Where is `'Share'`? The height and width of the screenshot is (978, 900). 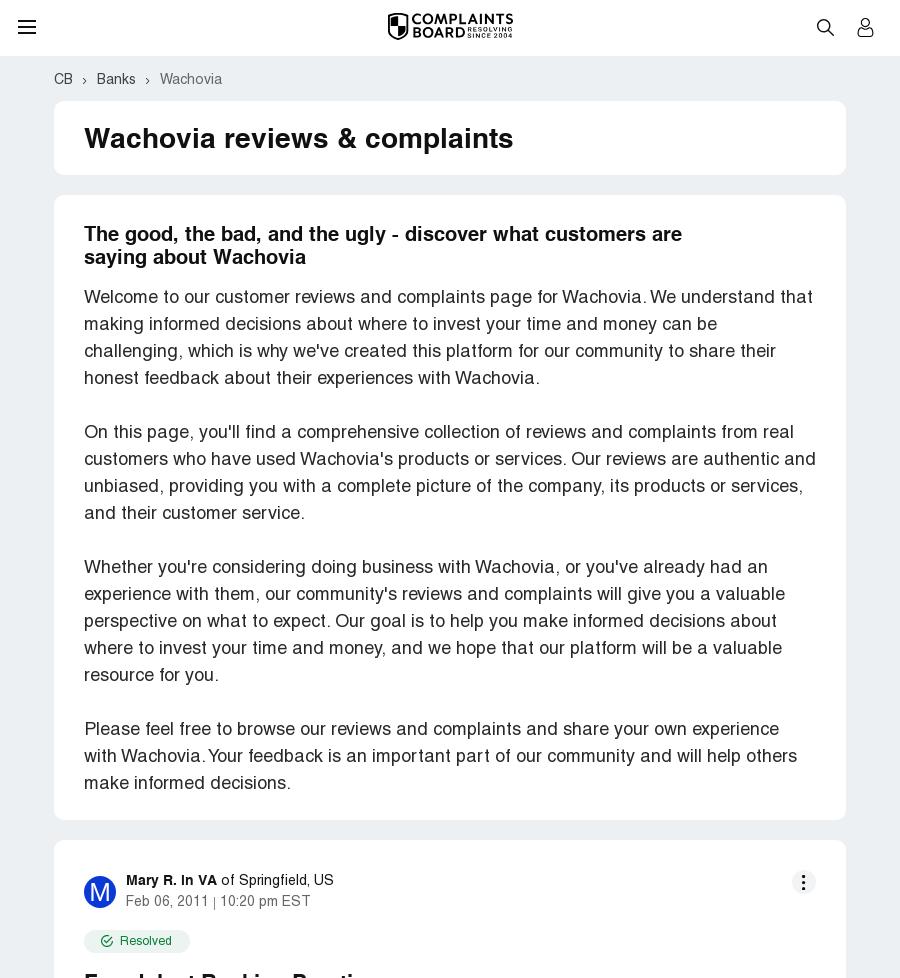 'Share' is located at coordinates (676, 275).